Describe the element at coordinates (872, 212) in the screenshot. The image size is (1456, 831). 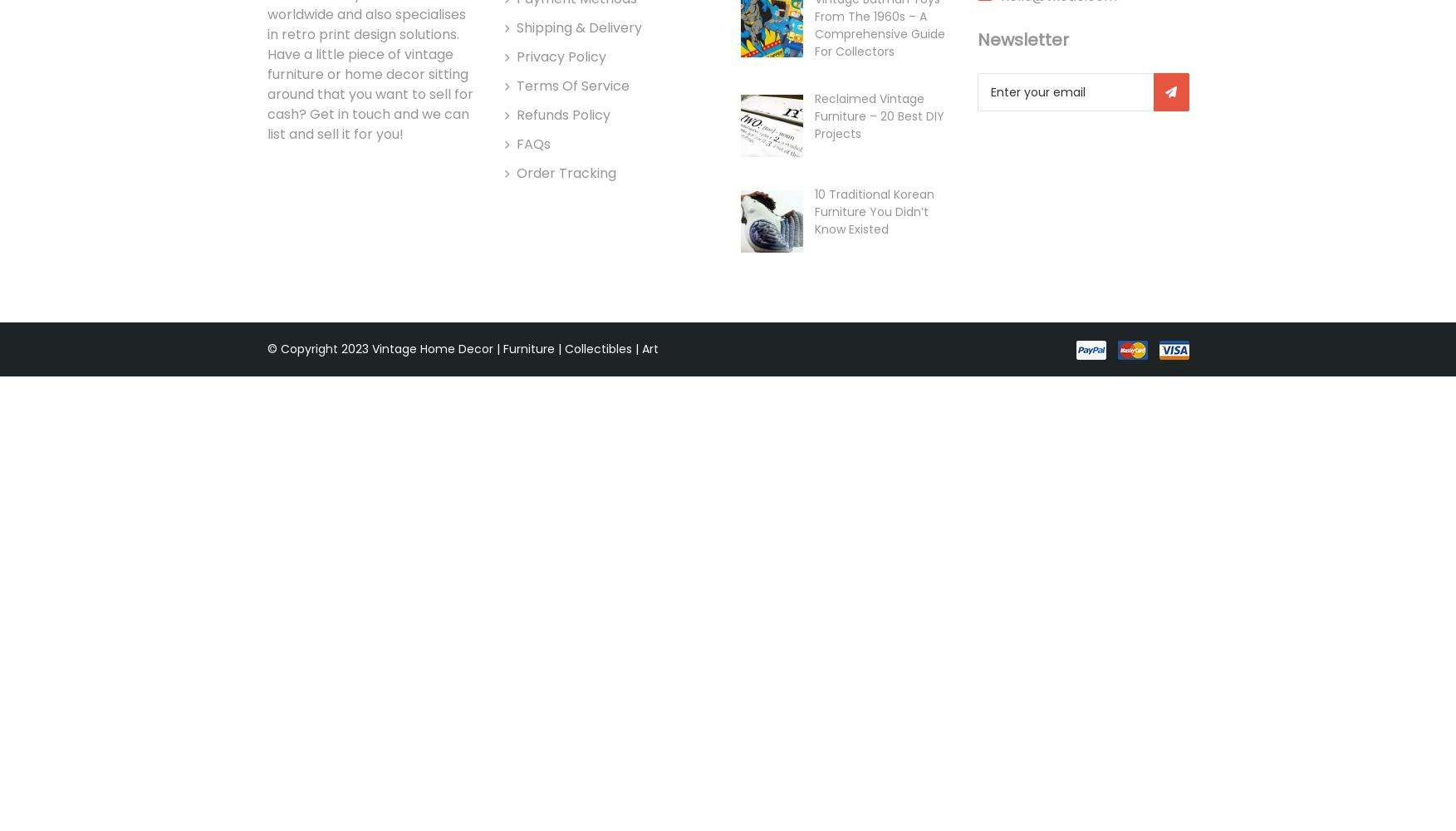
I see `'10 Traditional Korean Furniture You Didn’t Know Existed'` at that location.